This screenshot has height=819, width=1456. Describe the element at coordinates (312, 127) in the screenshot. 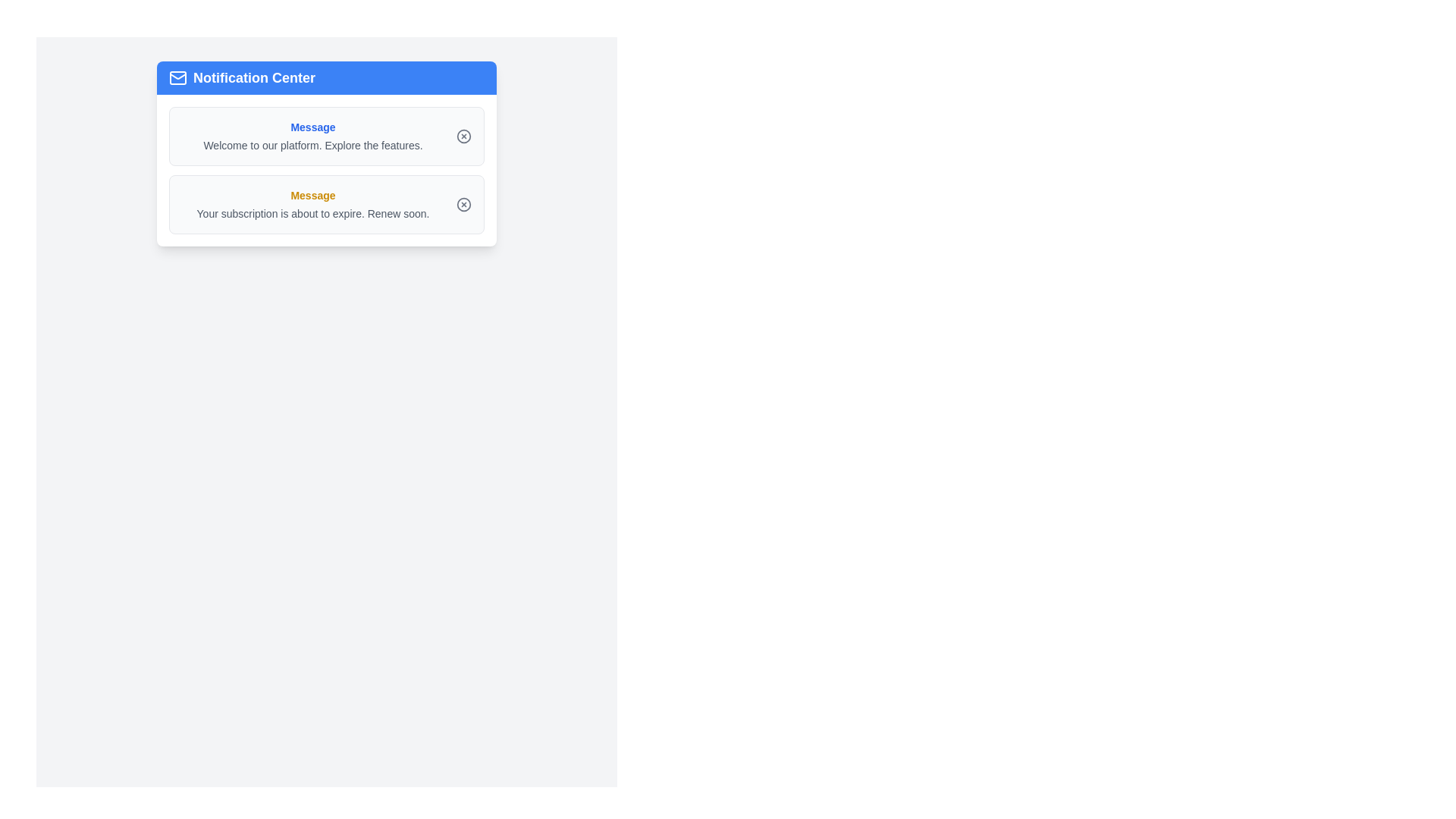

I see `the bold blue text label displaying 'Message' at the top of the notification box` at that location.